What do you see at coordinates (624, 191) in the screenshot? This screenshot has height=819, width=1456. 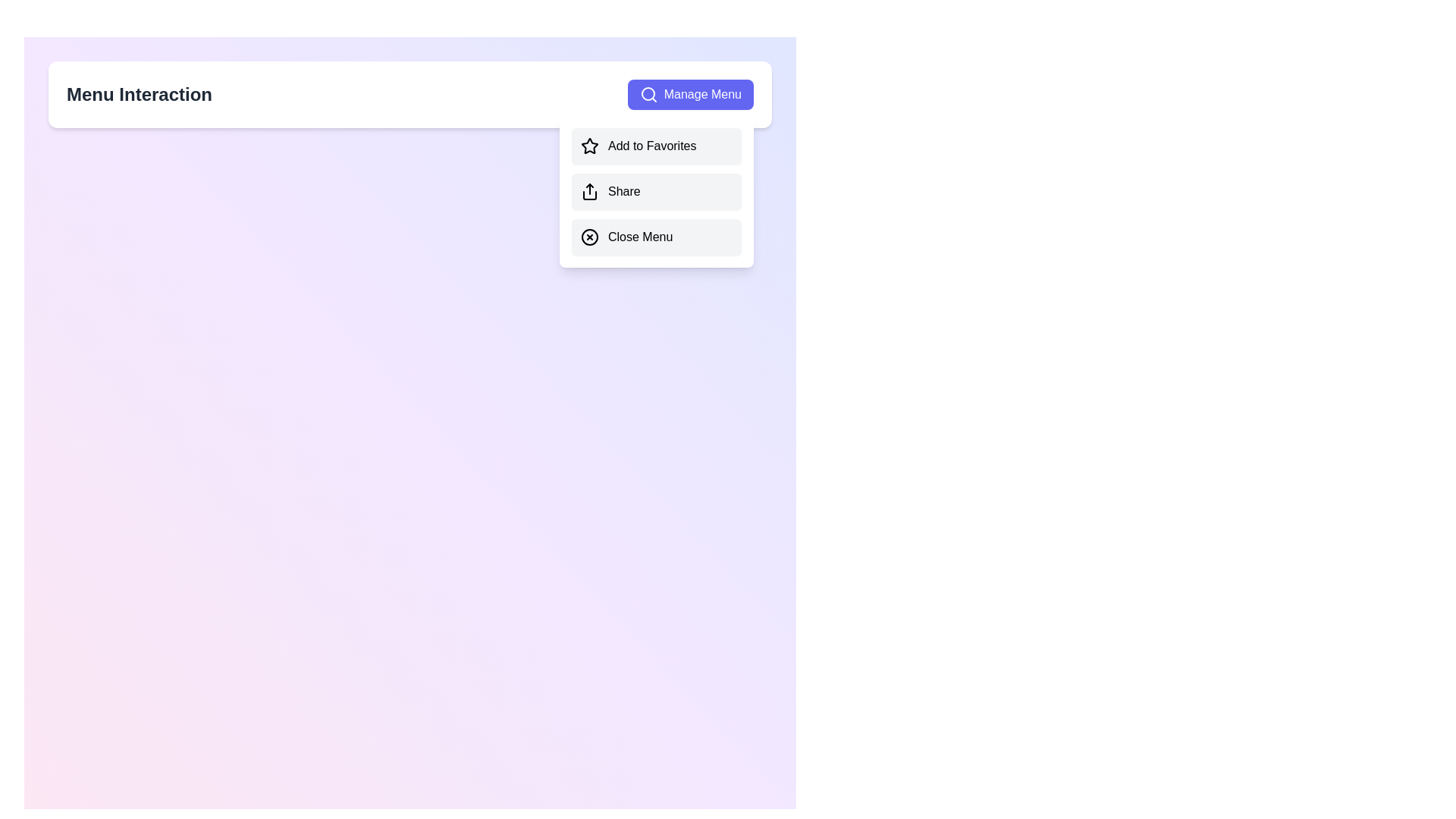 I see `the 'Share' text label, which is the second entry in the vertical menu list and styled in bold black text next to an upward arrow icon` at bounding box center [624, 191].